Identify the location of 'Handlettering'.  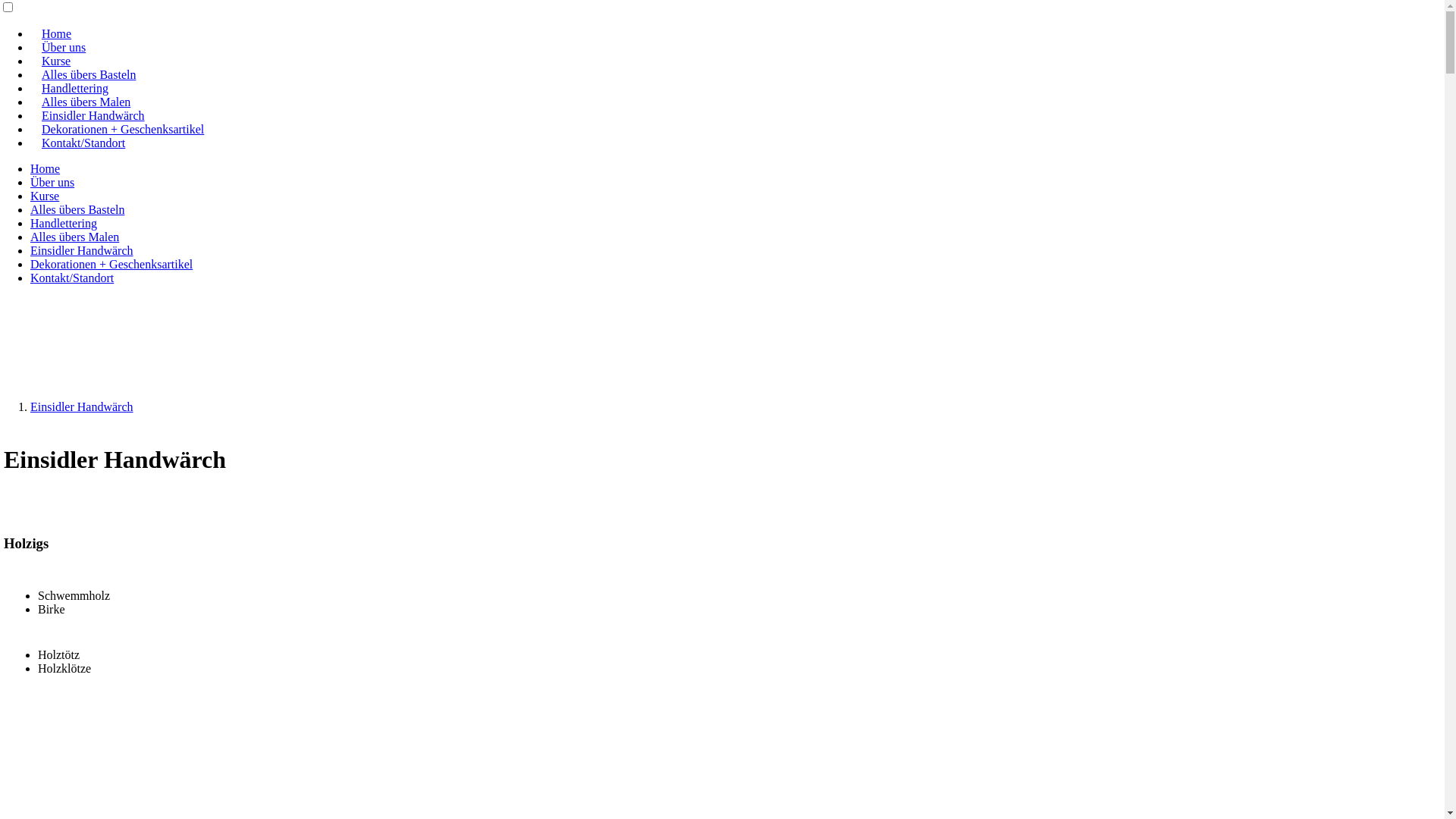
(74, 88).